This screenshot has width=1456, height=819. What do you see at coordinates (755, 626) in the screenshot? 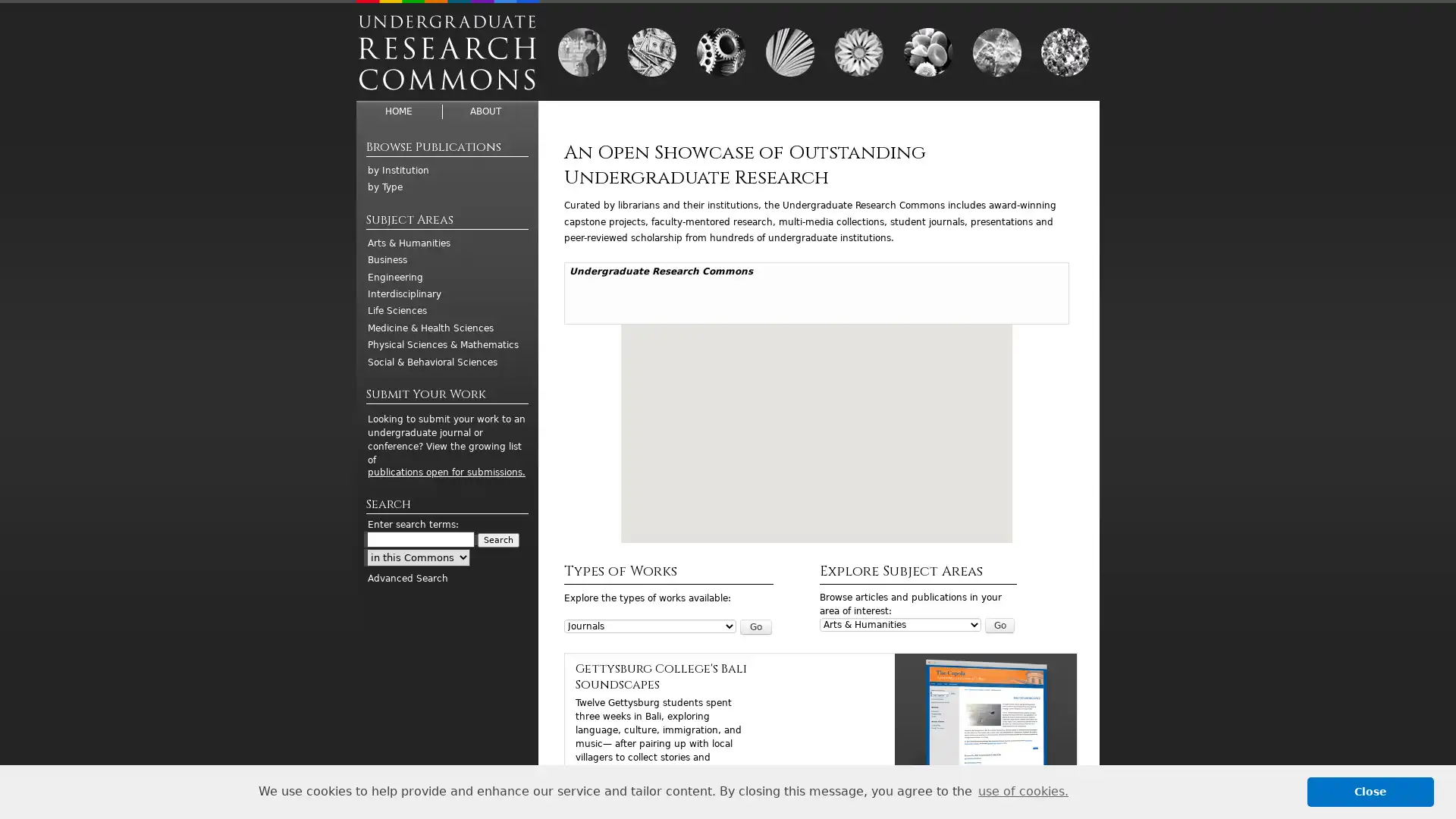
I see `Go` at bounding box center [755, 626].